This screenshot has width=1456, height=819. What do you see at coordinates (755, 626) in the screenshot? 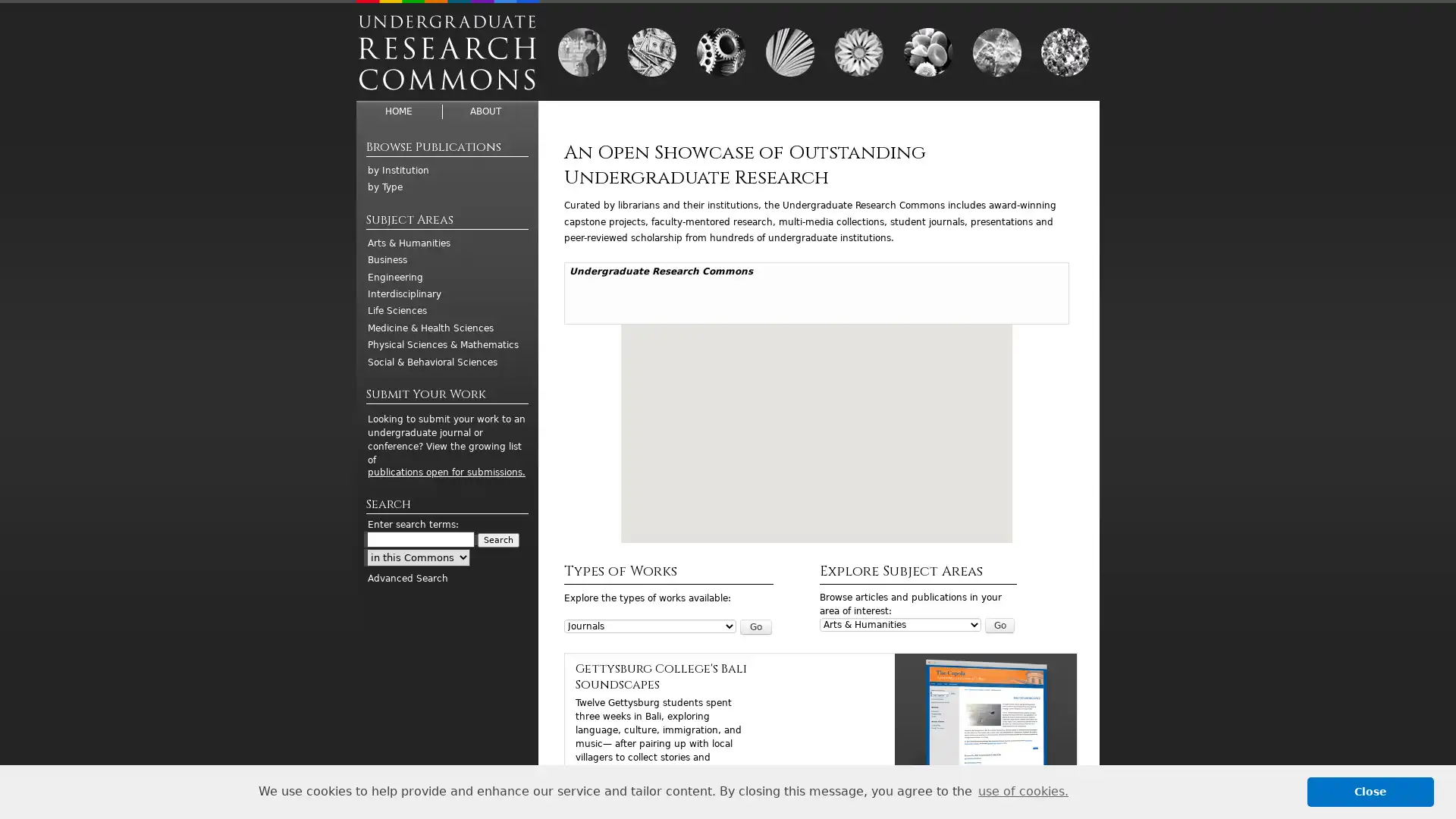
I see `Go` at bounding box center [755, 626].